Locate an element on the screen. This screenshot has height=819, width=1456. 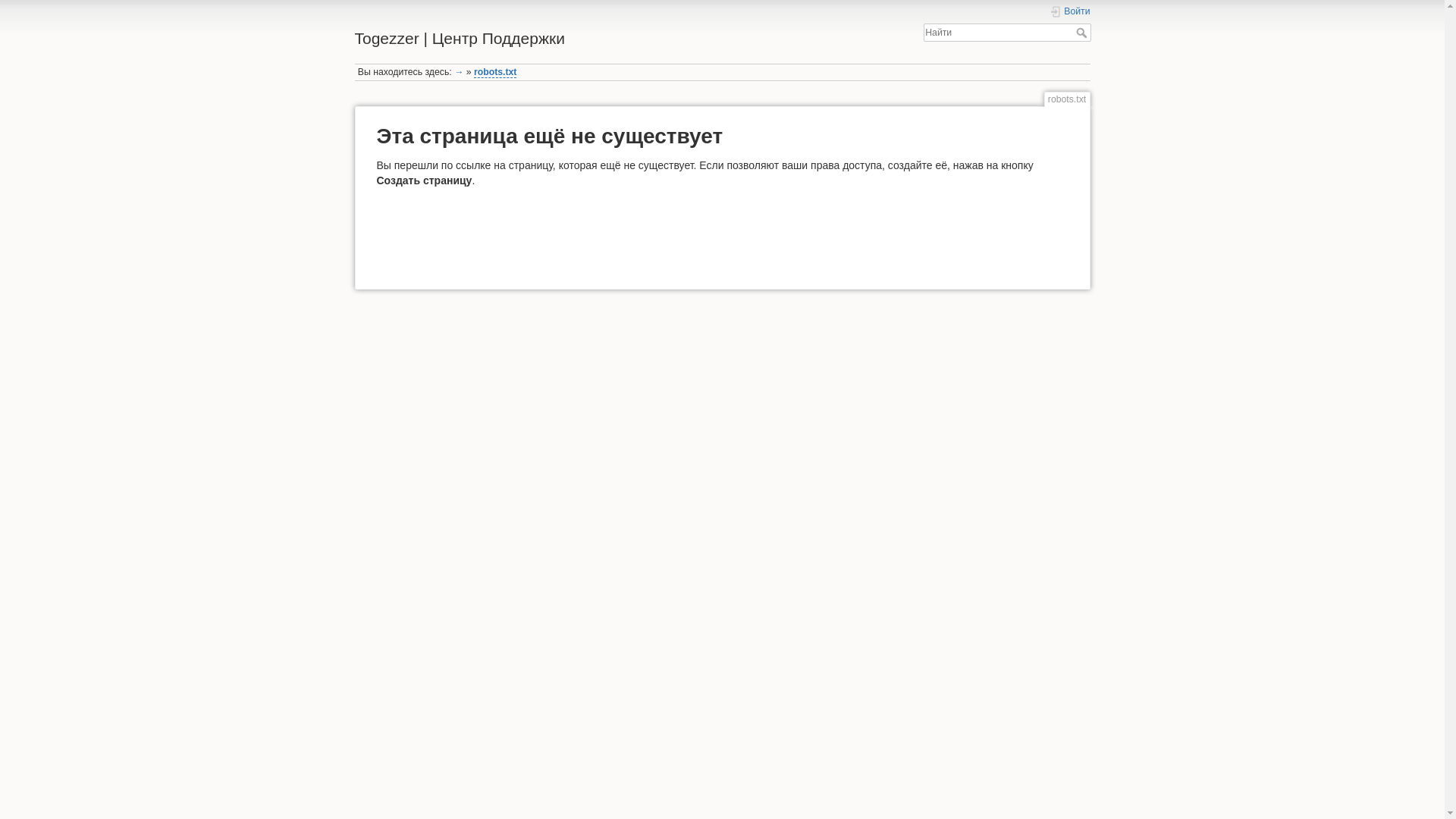
'[F]' is located at coordinates (923, 33).